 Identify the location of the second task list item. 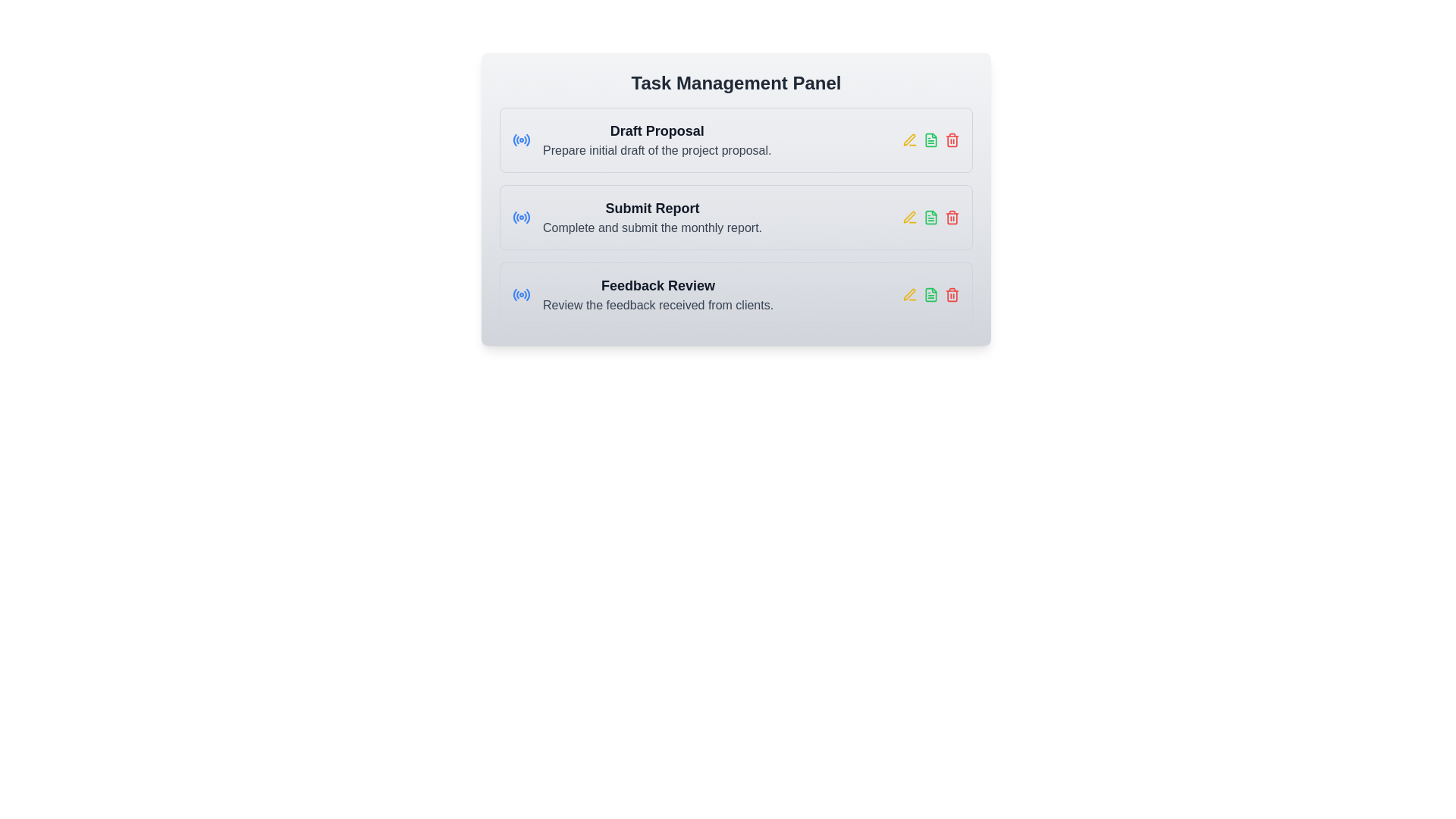
(736, 198).